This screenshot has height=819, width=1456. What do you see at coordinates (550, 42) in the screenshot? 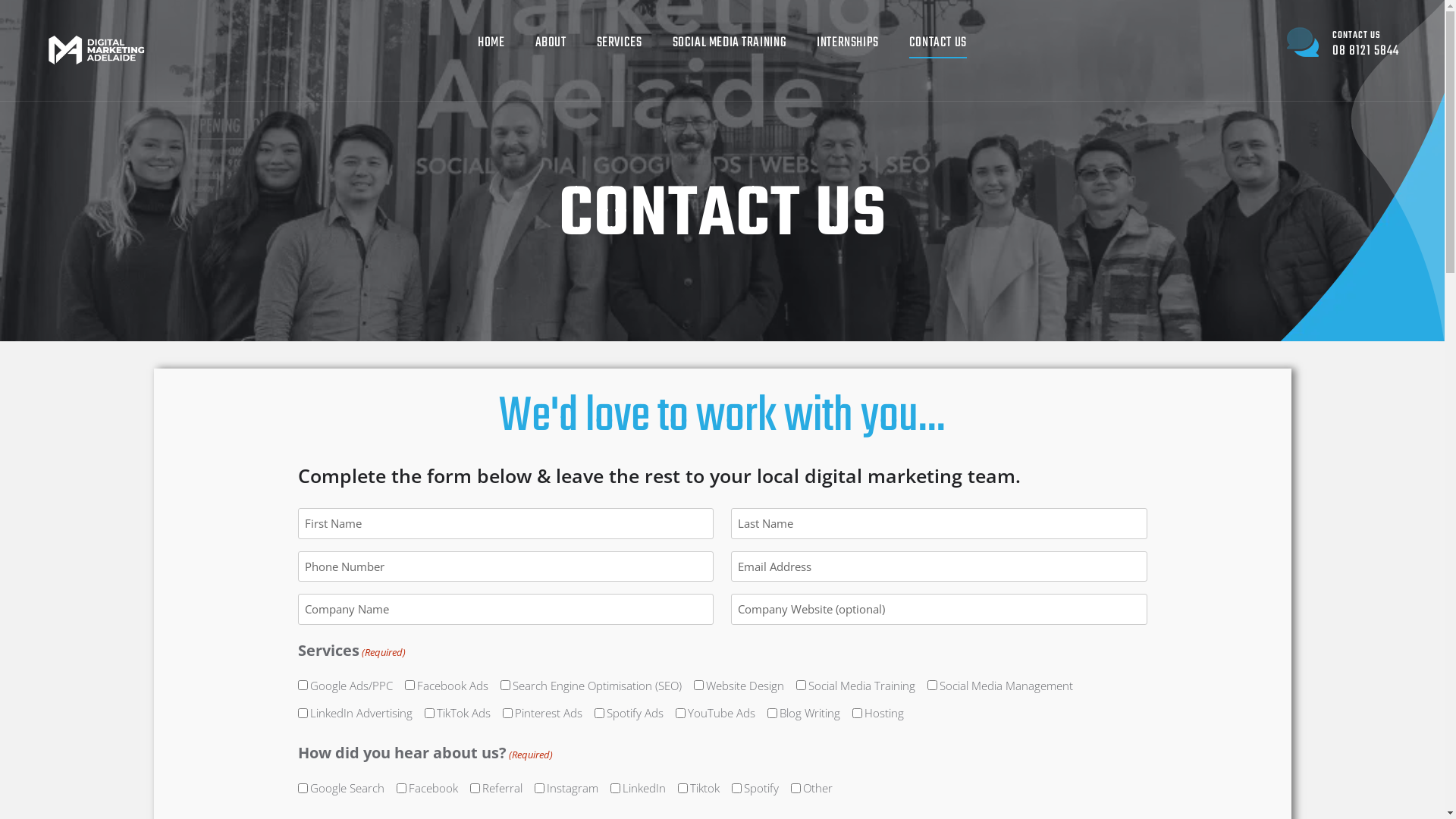
I see `'ABOUT'` at bounding box center [550, 42].